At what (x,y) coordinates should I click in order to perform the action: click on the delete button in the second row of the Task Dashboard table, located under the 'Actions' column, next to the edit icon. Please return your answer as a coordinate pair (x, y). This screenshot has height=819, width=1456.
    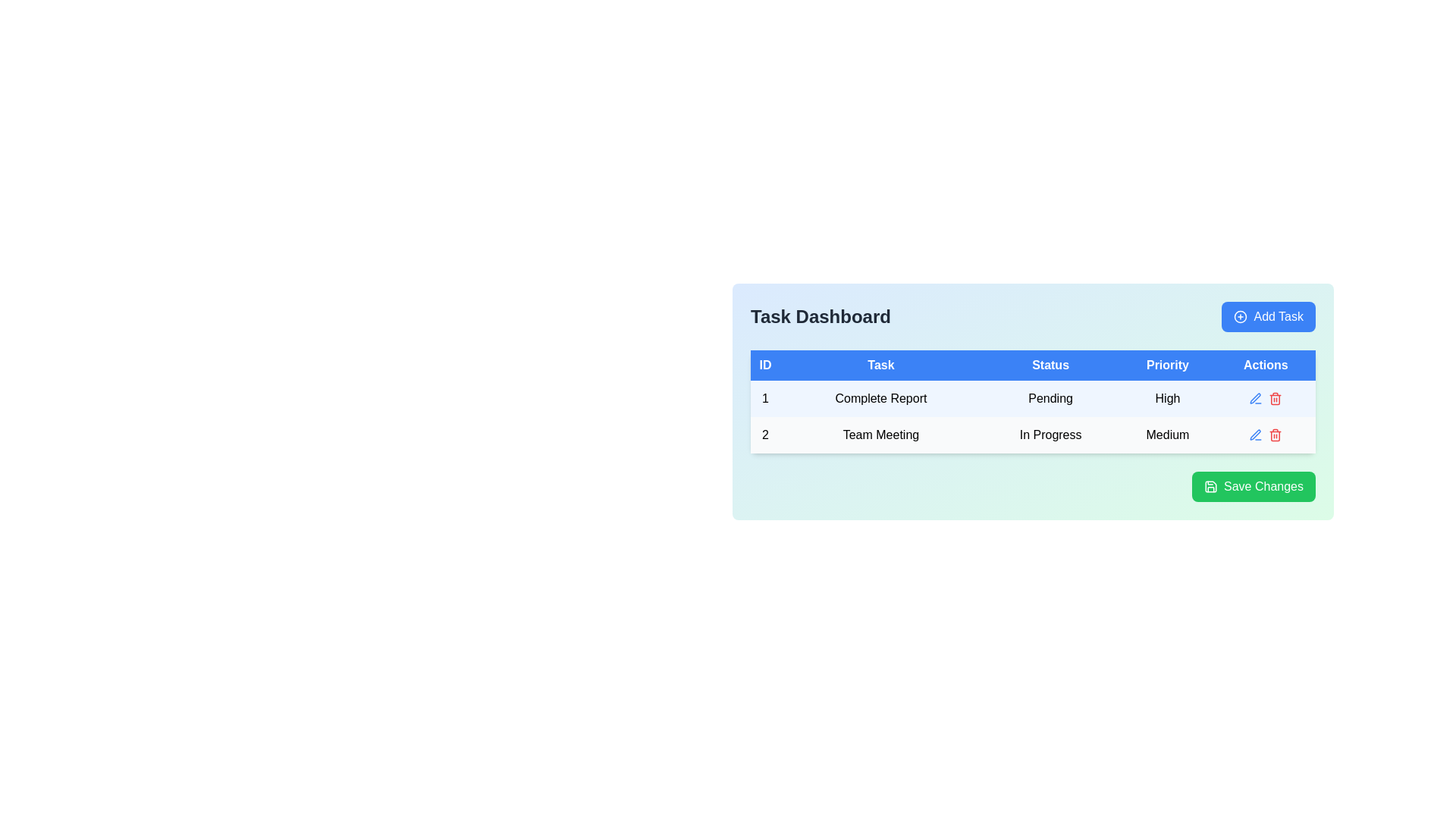
    Looking at the image, I should click on (1275, 397).